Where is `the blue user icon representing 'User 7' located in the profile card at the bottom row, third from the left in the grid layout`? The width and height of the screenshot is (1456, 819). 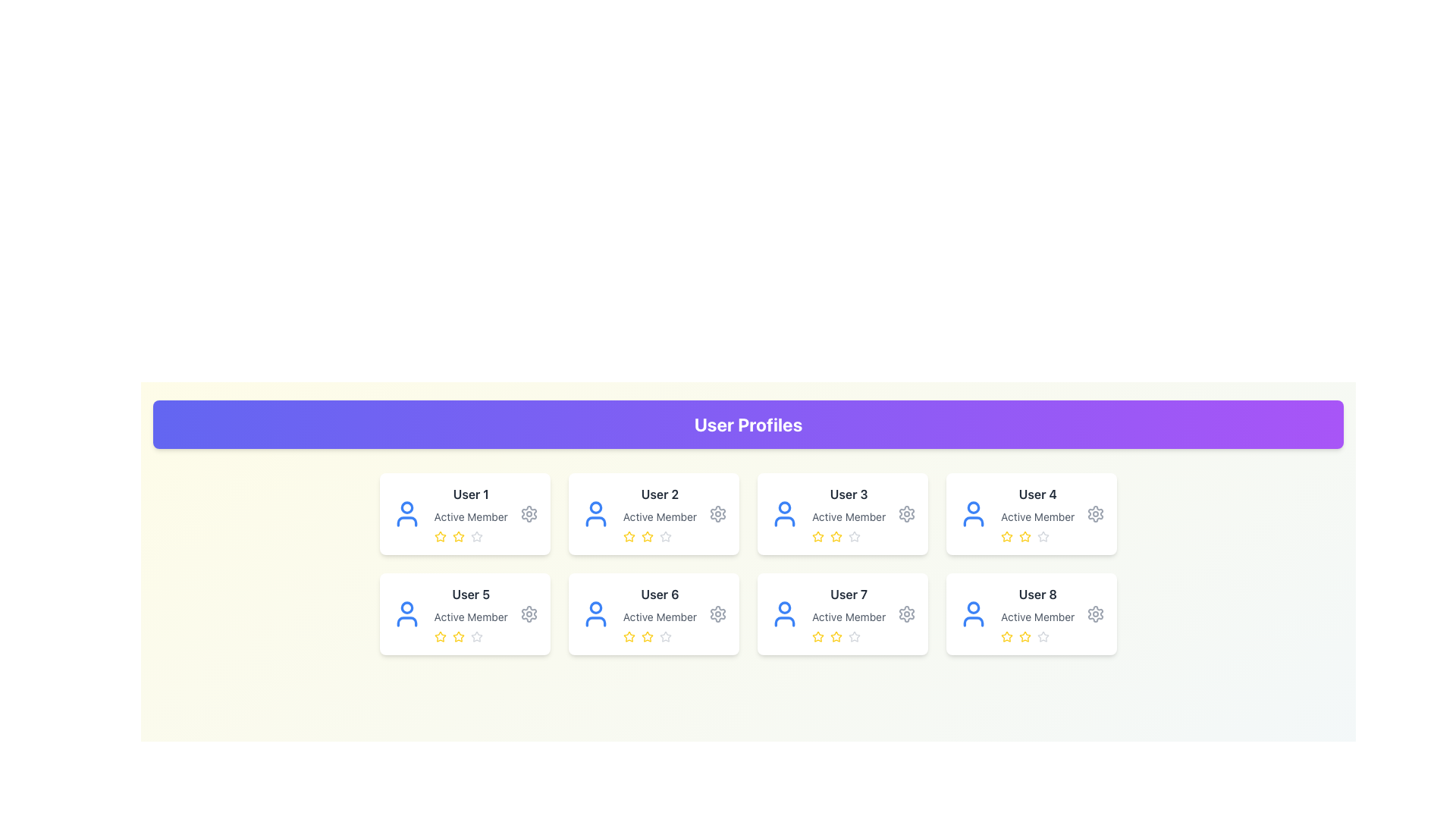
the blue user icon representing 'User 7' located in the profile card at the bottom row, third from the left in the grid layout is located at coordinates (785, 614).